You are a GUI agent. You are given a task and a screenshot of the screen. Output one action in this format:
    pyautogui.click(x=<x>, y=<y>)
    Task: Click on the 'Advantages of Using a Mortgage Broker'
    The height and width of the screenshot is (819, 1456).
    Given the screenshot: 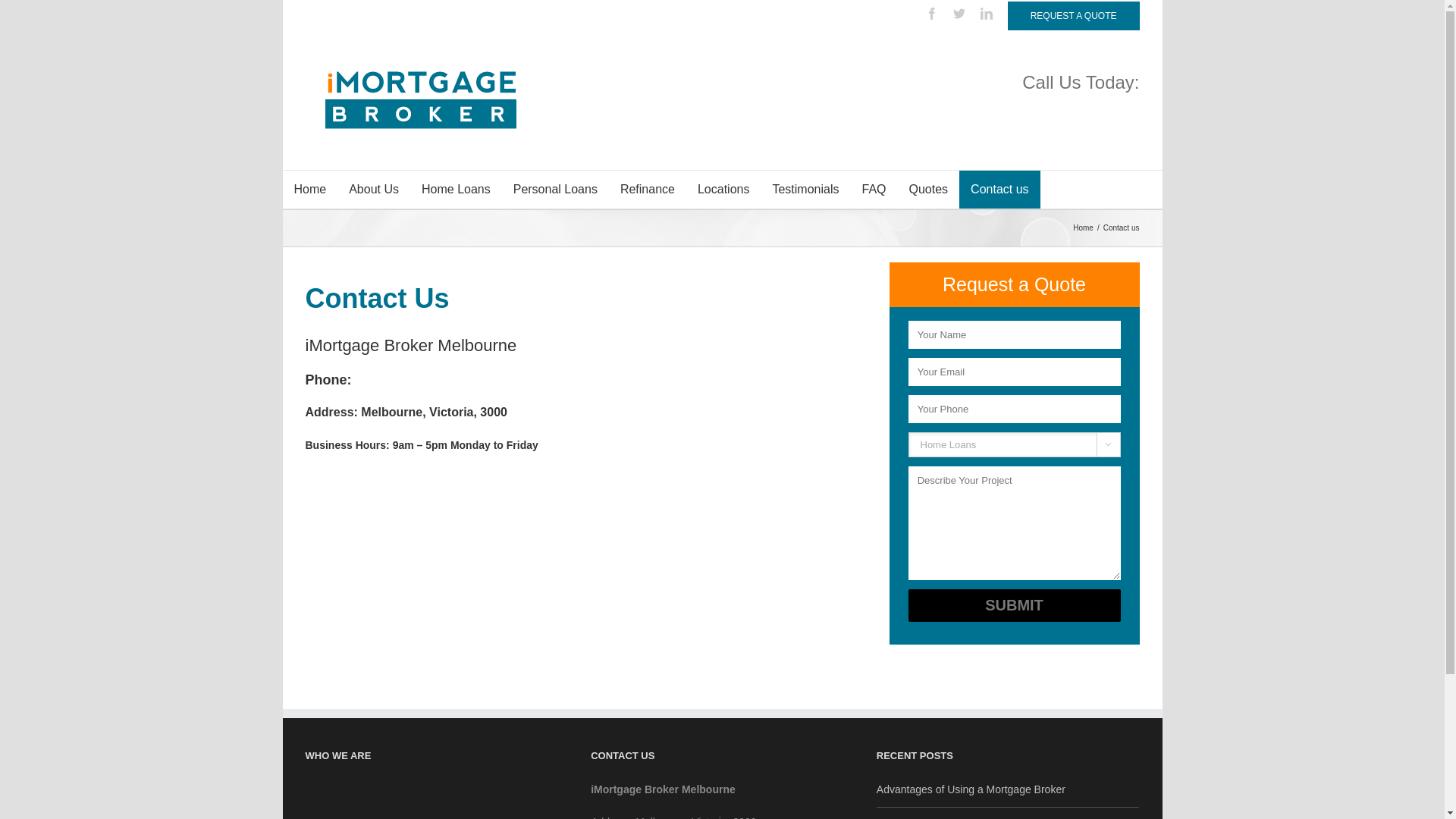 What is the action you would take?
    pyautogui.click(x=1008, y=789)
    